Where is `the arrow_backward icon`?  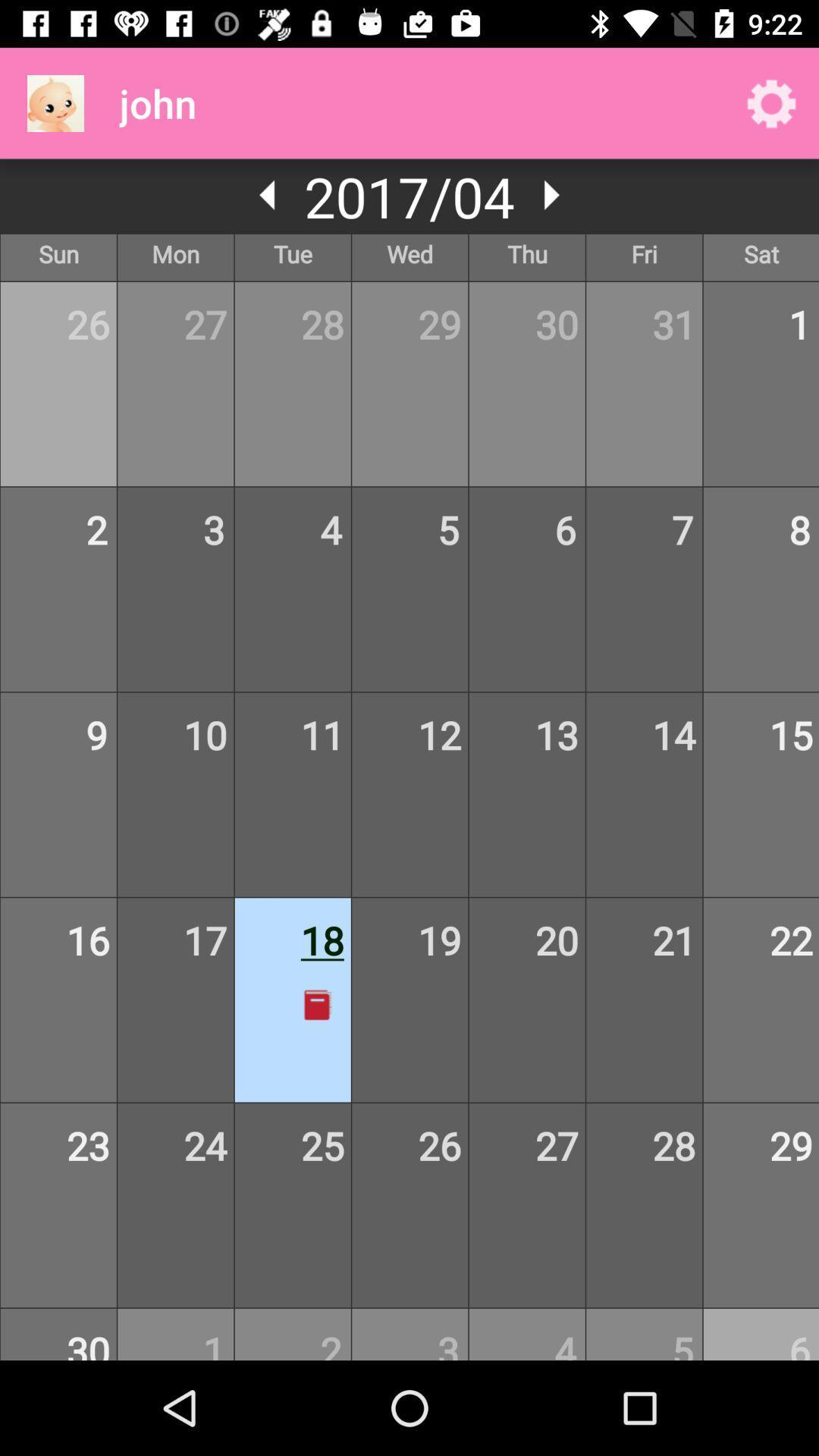
the arrow_backward icon is located at coordinates (268, 194).